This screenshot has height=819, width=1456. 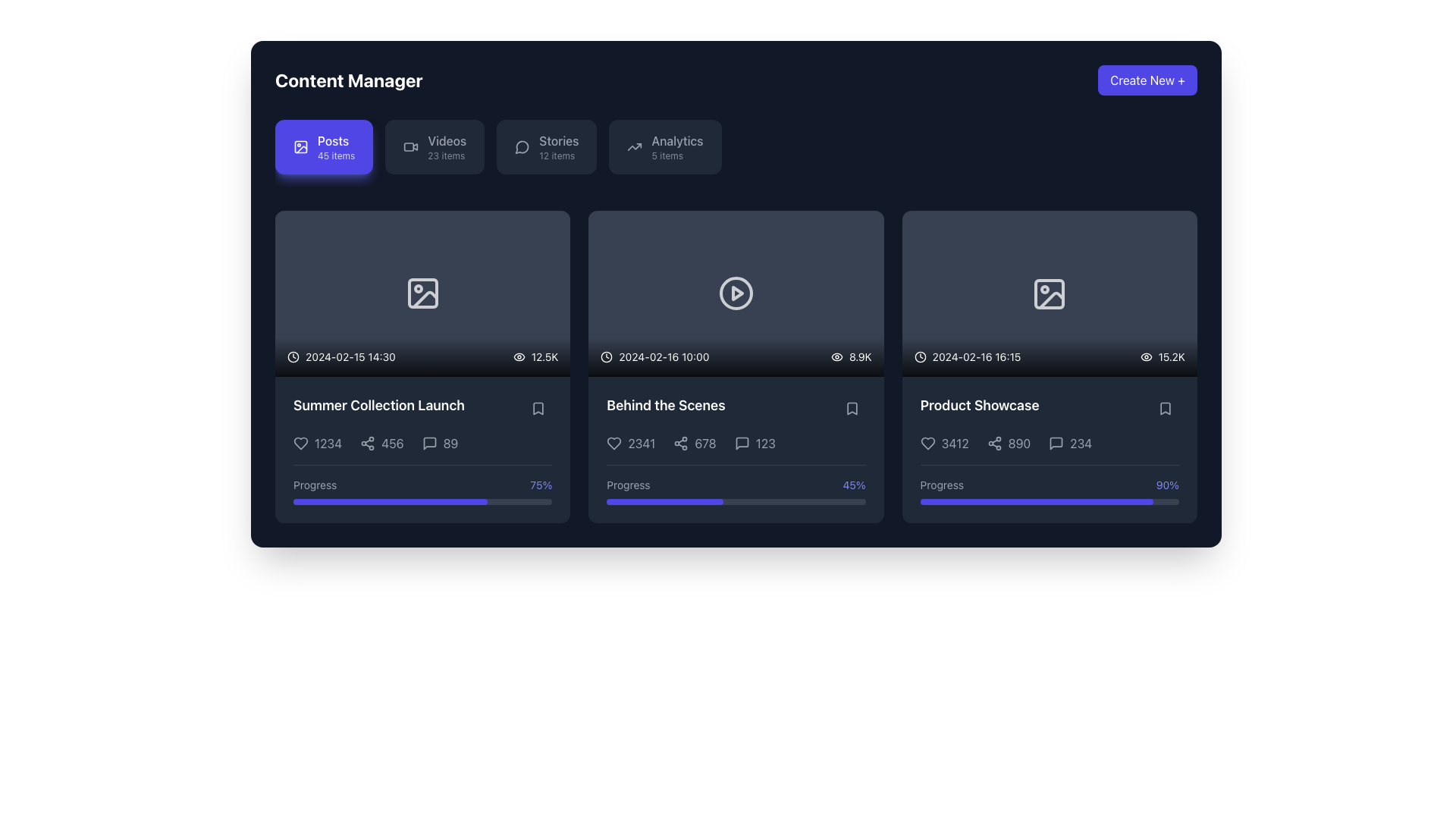 I want to click on the Text Label that serves as a counter or display text, positioned to the right of a share icon, located at the bottom of the leftmost card, so click(x=392, y=443).